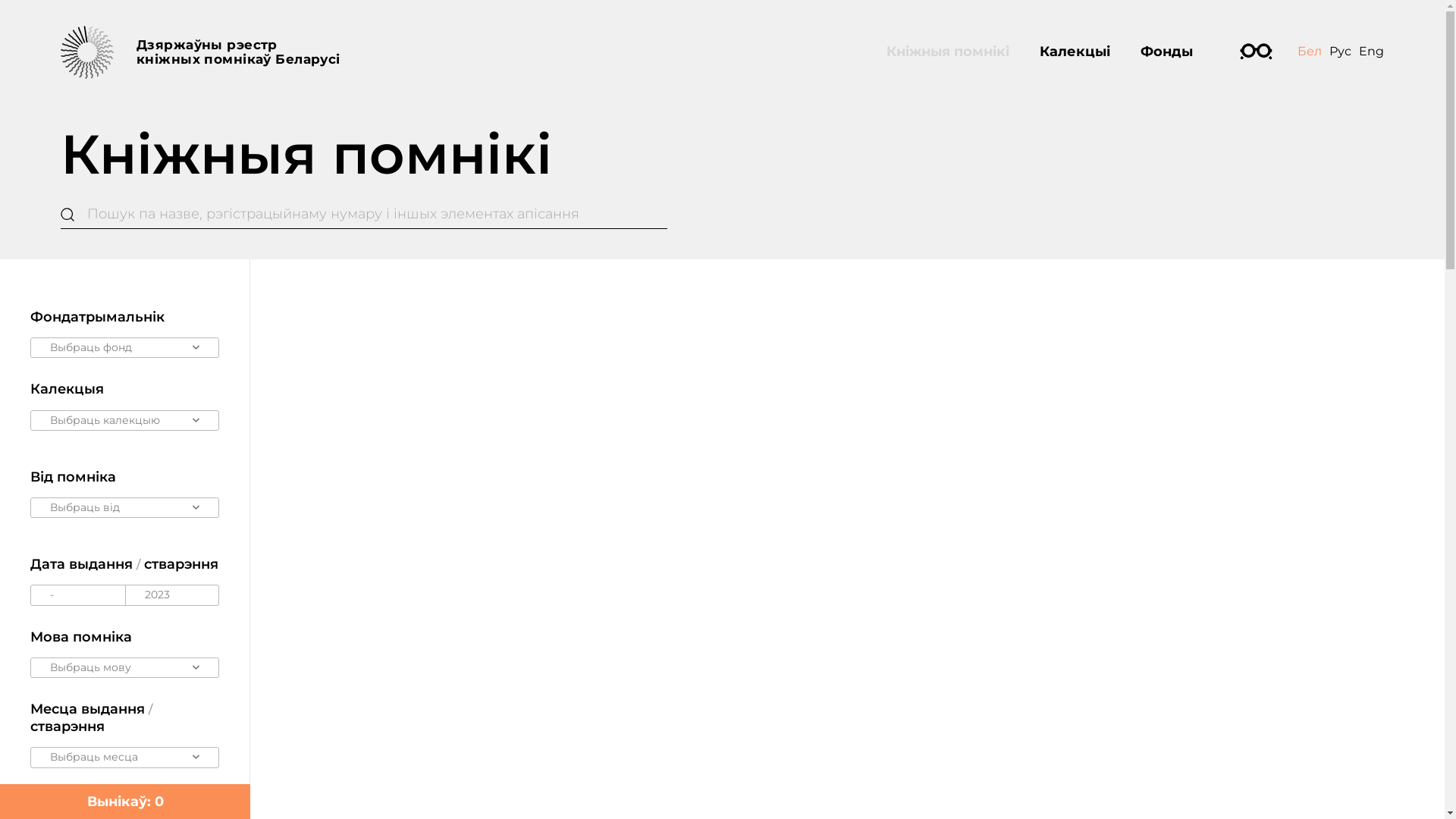 This screenshot has height=819, width=1456. What do you see at coordinates (1371, 50) in the screenshot?
I see `'Eng'` at bounding box center [1371, 50].